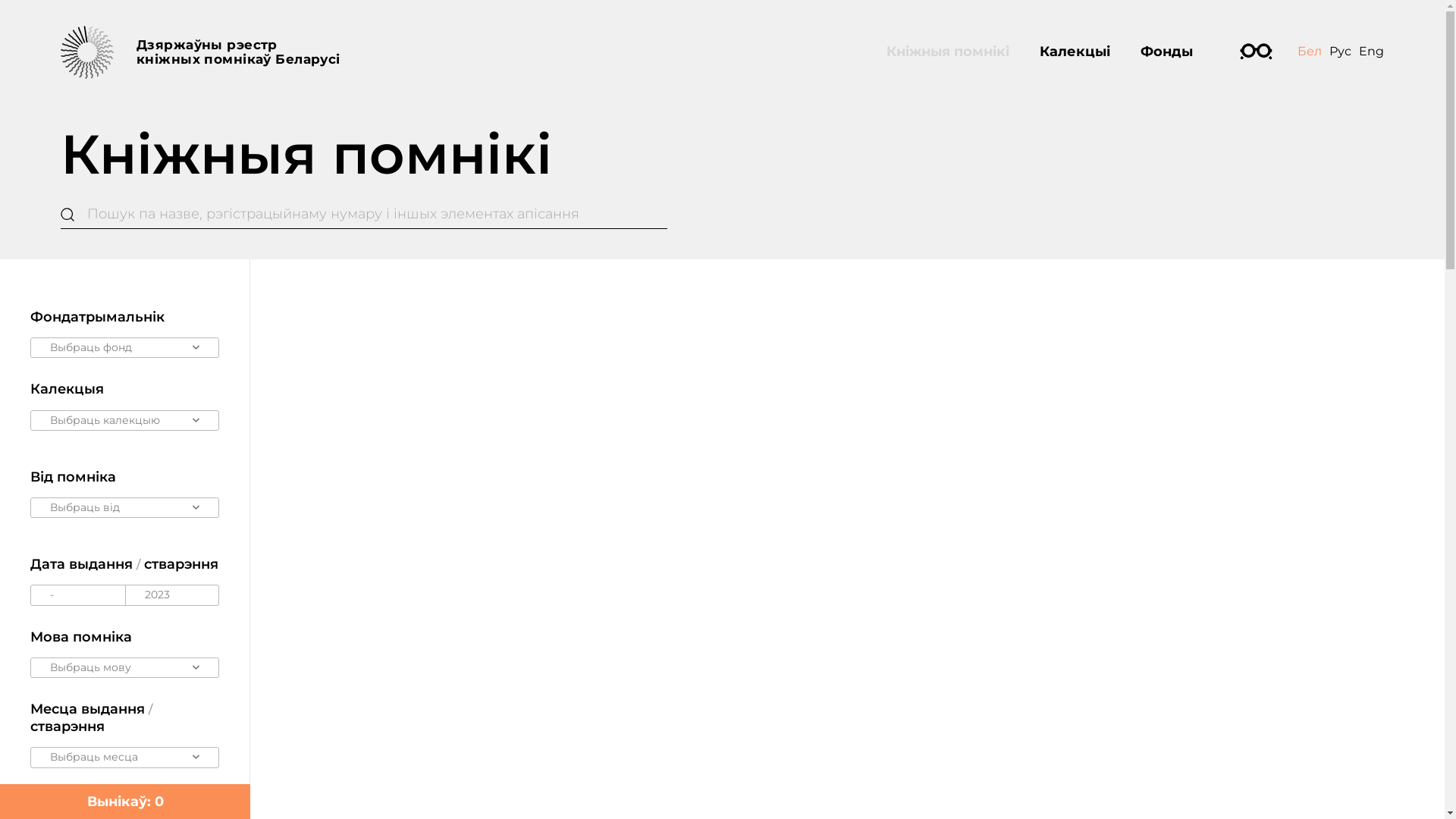 This screenshot has height=819, width=1456. What do you see at coordinates (1371, 50) in the screenshot?
I see `'Eng'` at bounding box center [1371, 50].